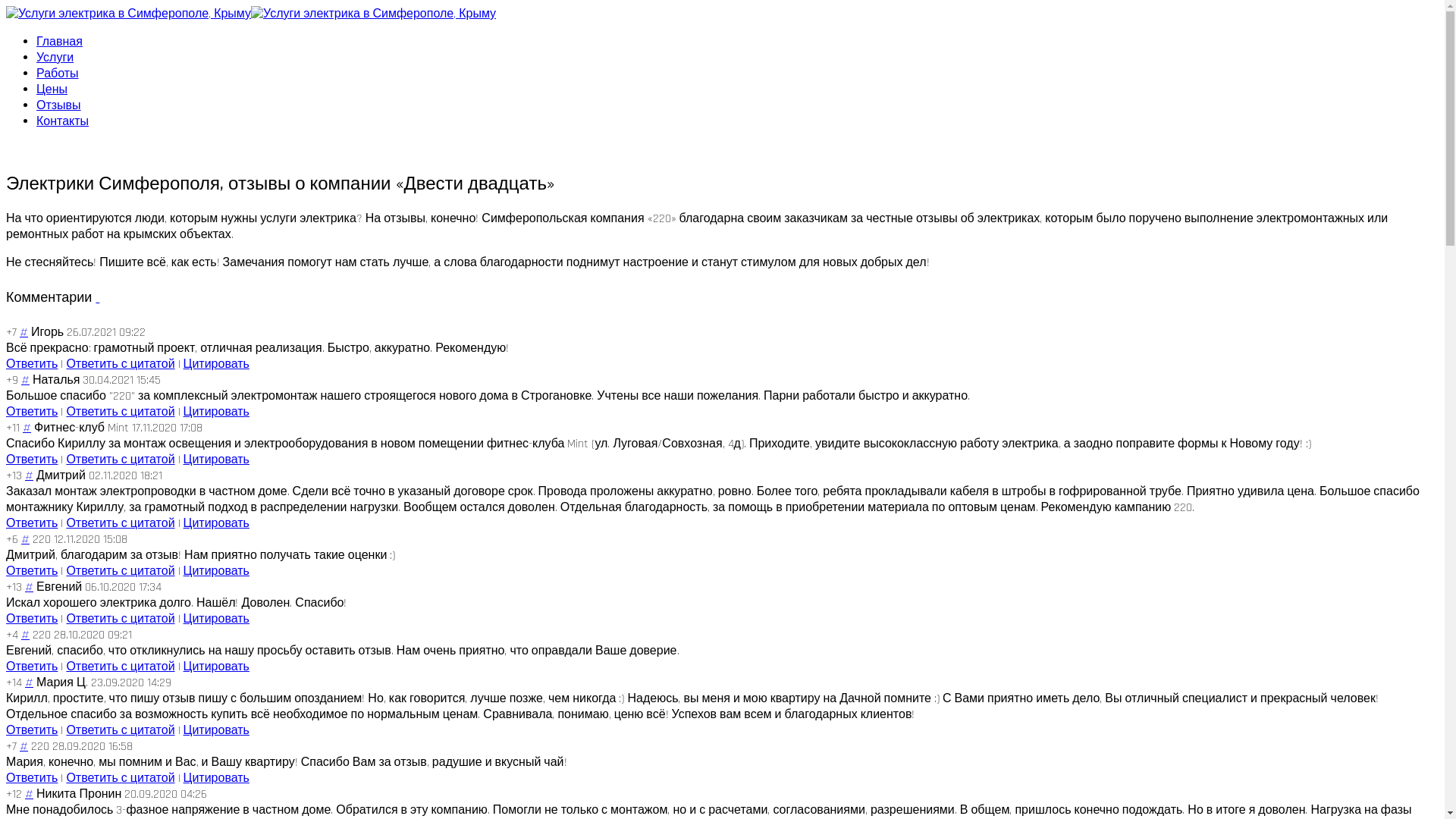 This screenshot has height=819, width=1456. I want to click on '#', so click(25, 635).